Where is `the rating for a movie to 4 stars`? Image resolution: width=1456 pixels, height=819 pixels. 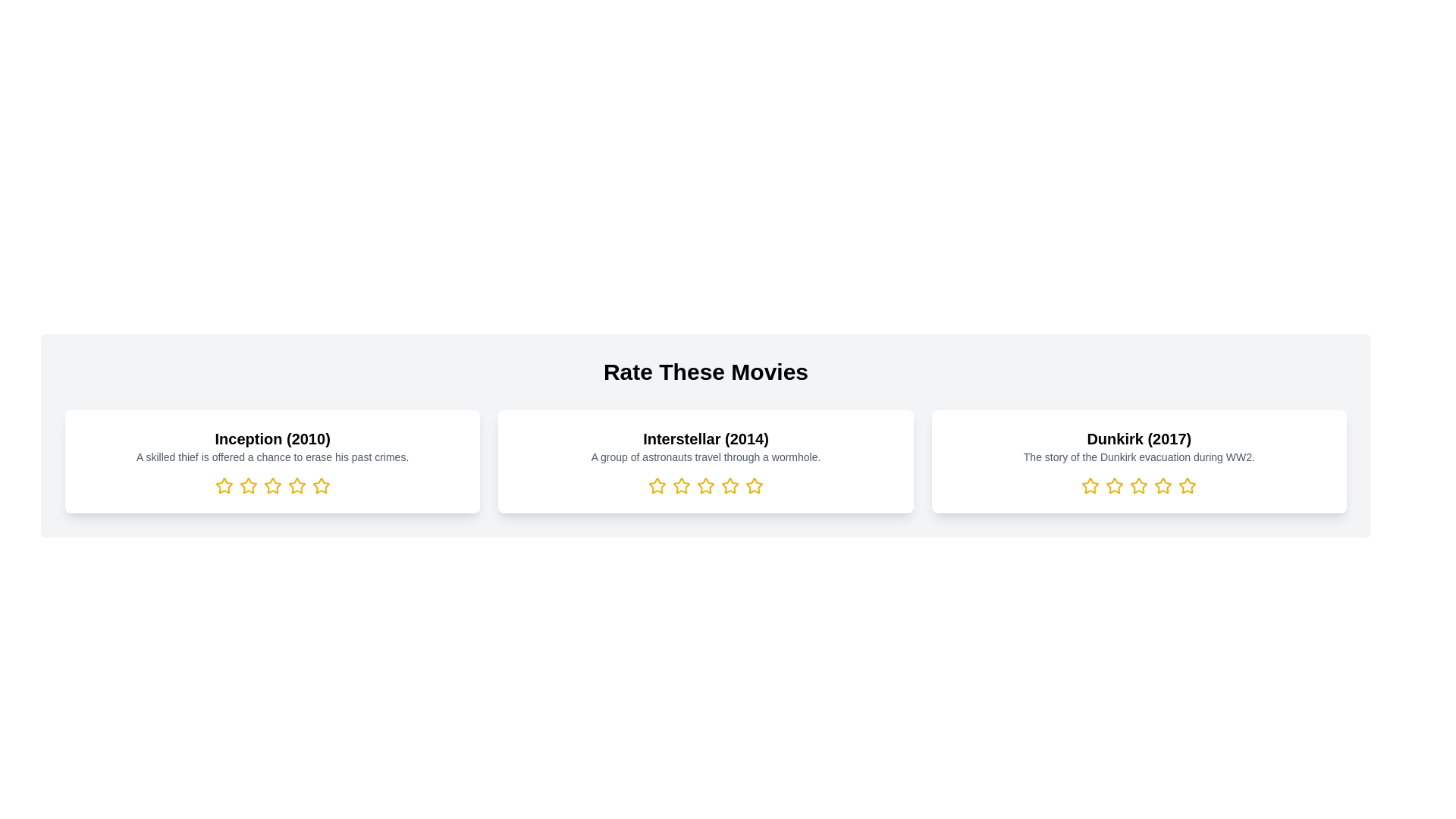 the rating for a movie to 4 stars is located at coordinates (297, 485).